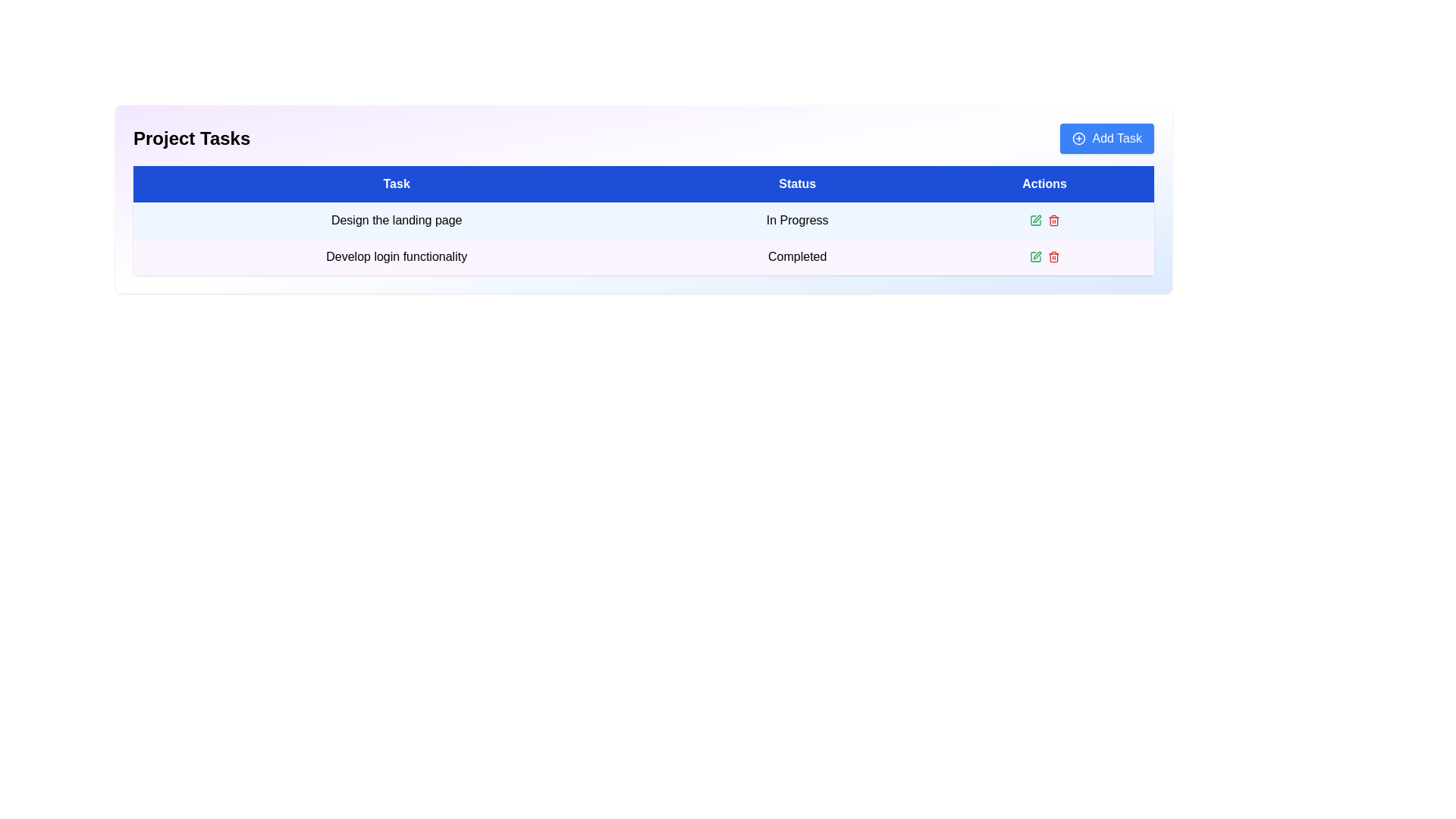 The image size is (1456, 819). Describe the element at coordinates (1034, 220) in the screenshot. I see `the edit icon located in the second row of the task list under the 'Actions' column, adjacent to the red delete icon, to initiate editing the task labeled 'Develop login functionality.'` at that location.